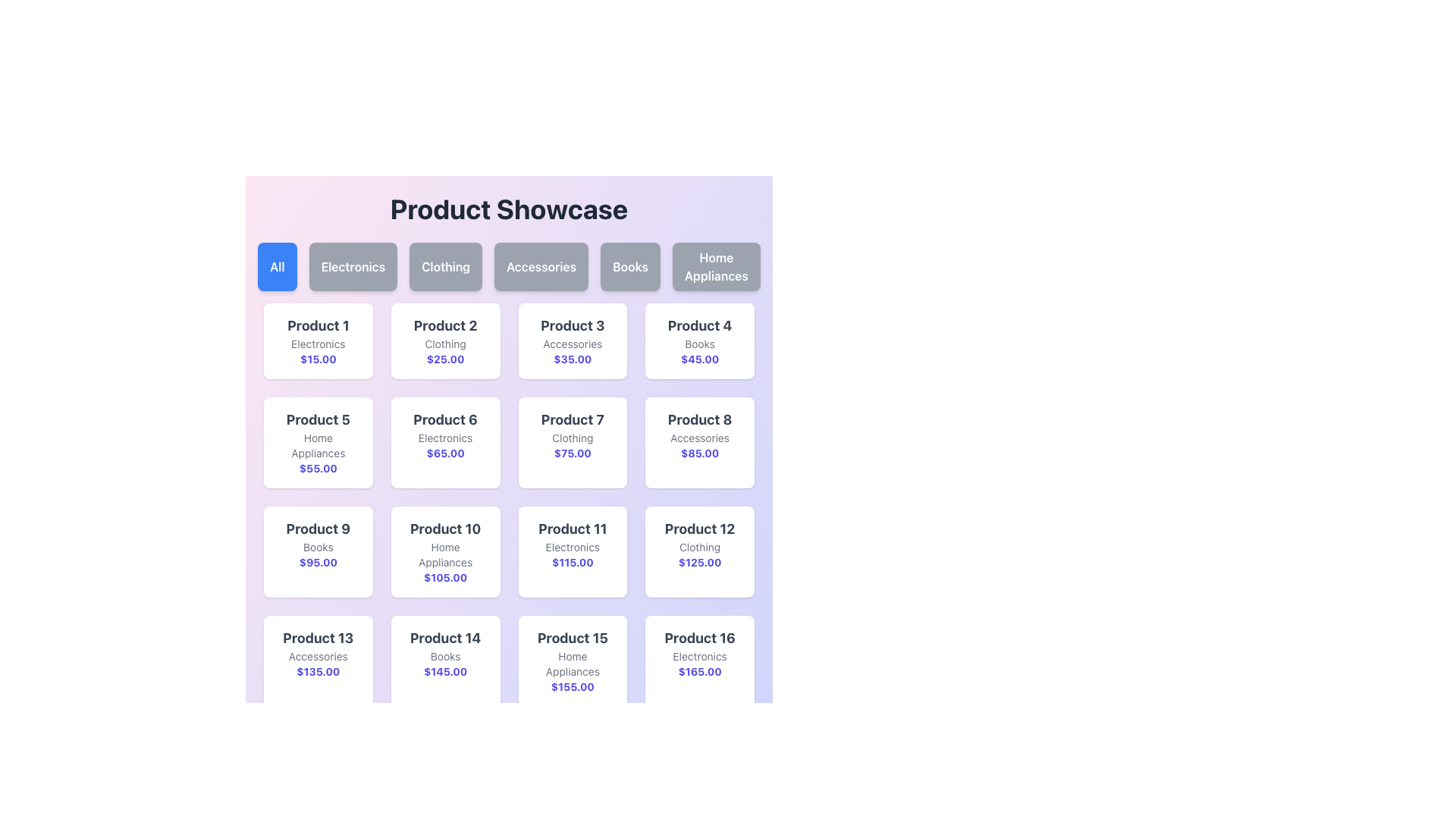 The image size is (1456, 819). I want to click on text label displaying the price '$165.00', which is bold and indigo, located in the bottom-right section under the 'Product 16' title and 'Electronics' category, so click(699, 671).